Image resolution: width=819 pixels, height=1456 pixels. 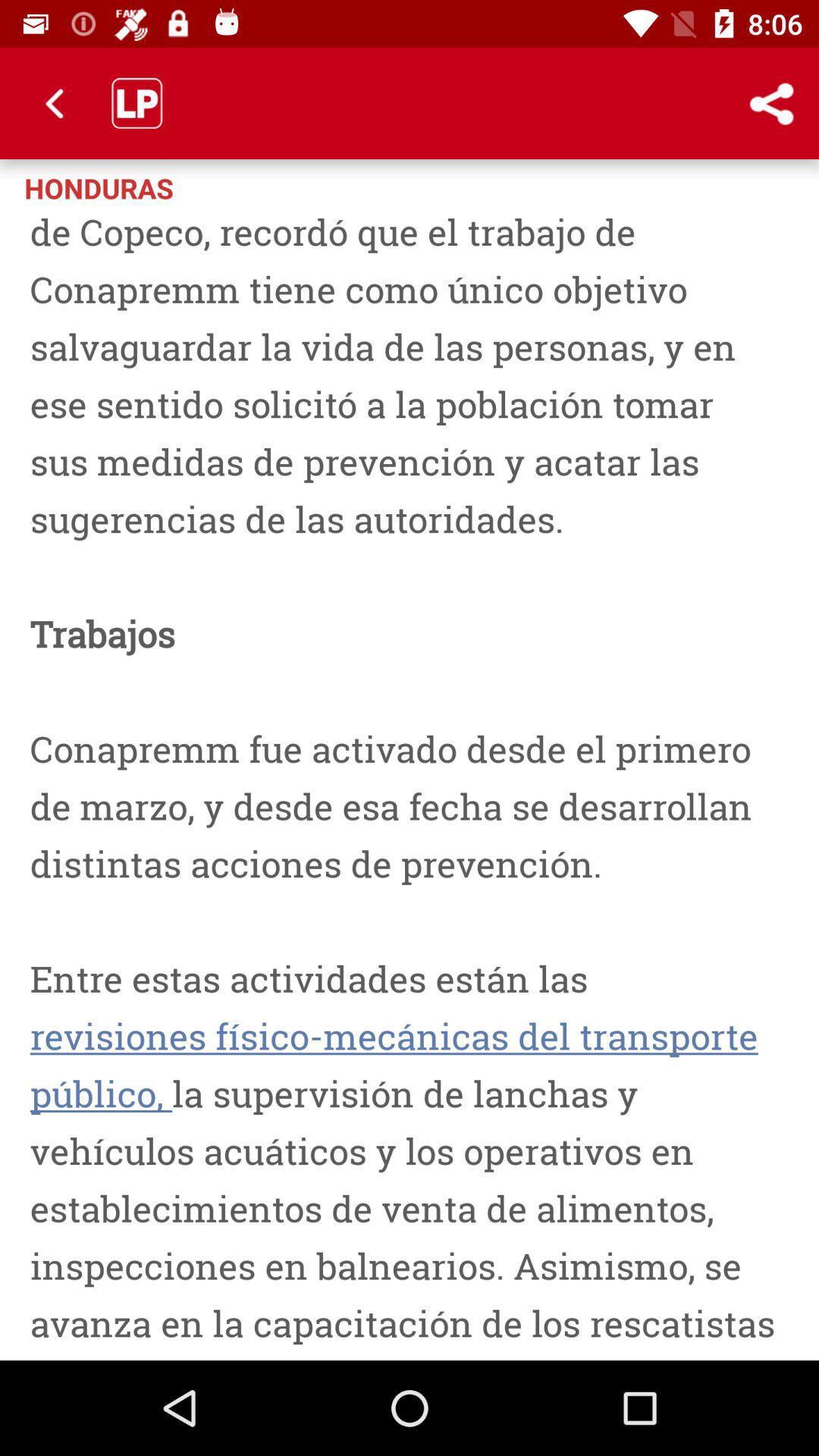 I want to click on icon at the center, so click(x=409, y=783).